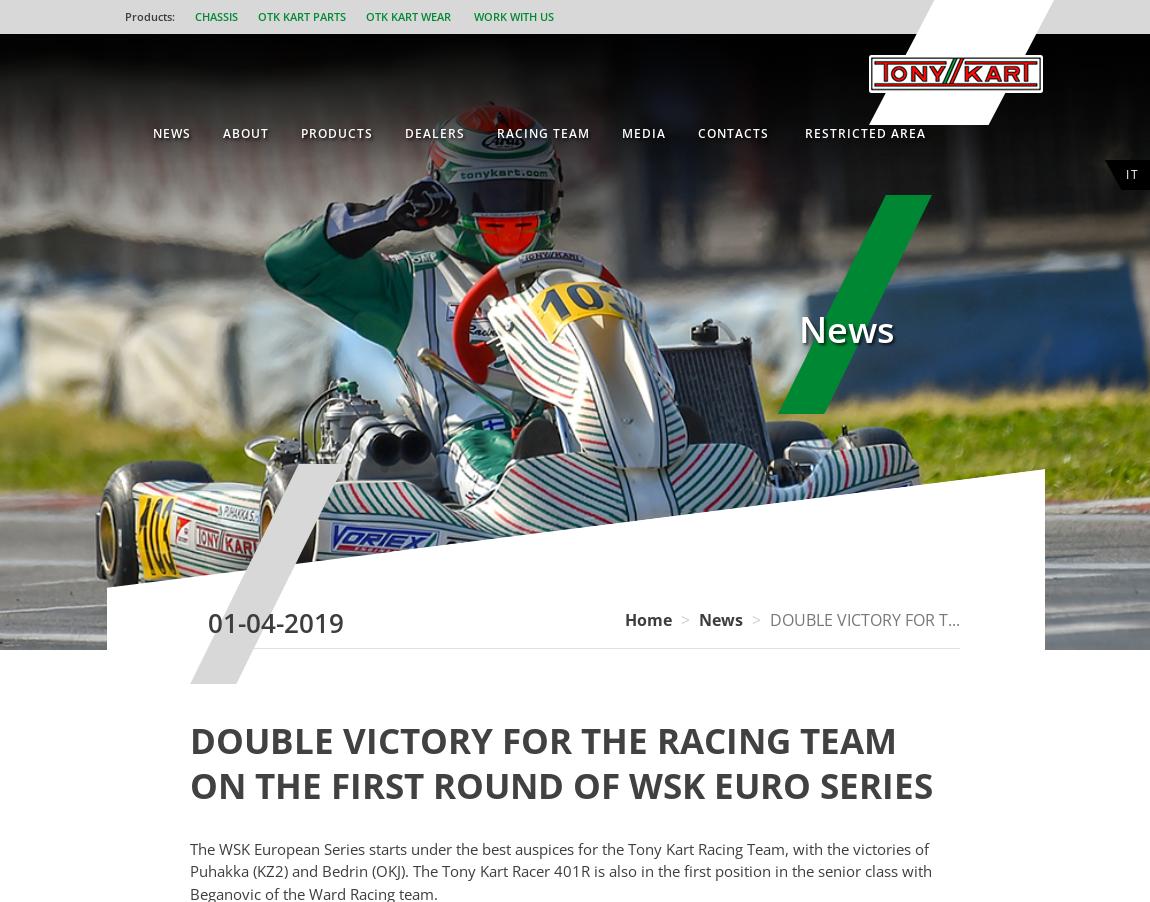 The image size is (1150, 902). Describe the element at coordinates (221, 133) in the screenshot. I see `'About'` at that location.